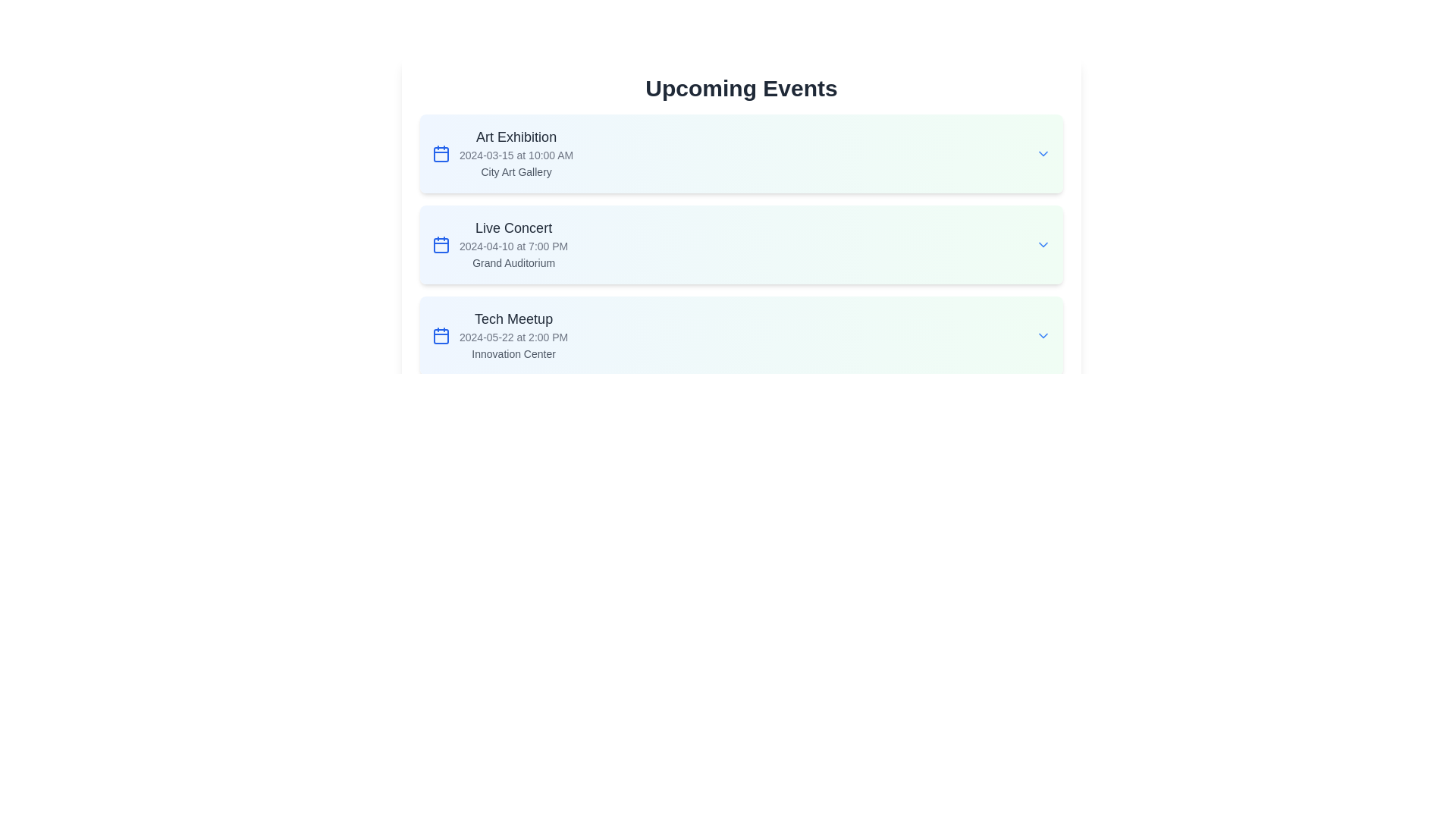 The height and width of the screenshot is (819, 1456). What do you see at coordinates (742, 335) in the screenshot?
I see `the 'Tech Meetup' informational card, which is the third item` at bounding box center [742, 335].